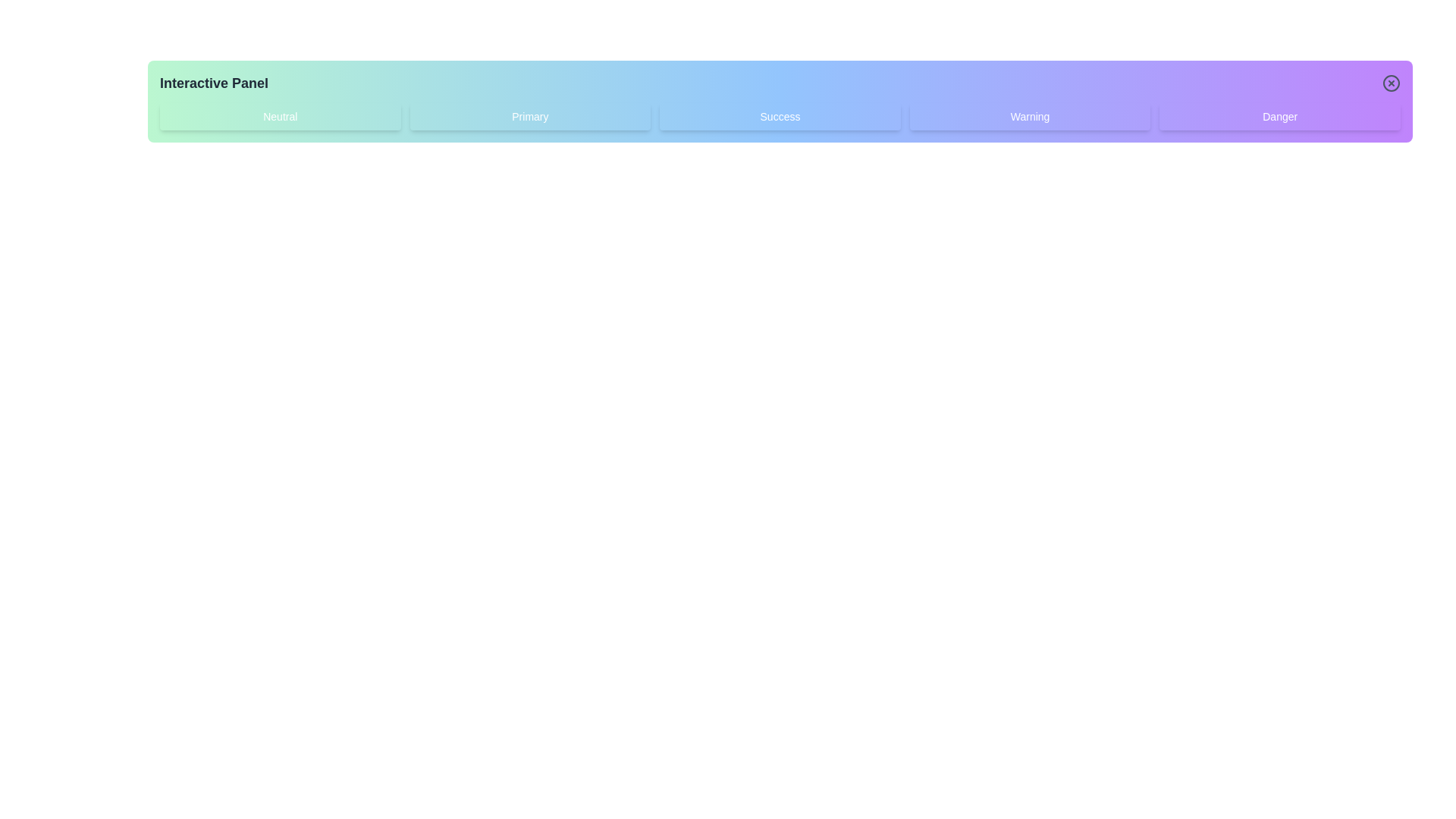  What do you see at coordinates (530, 116) in the screenshot?
I see `the 'Primary' button, which is a rectangular button with a blue background and white text, located slightly left of center in a group of five buttons` at bounding box center [530, 116].